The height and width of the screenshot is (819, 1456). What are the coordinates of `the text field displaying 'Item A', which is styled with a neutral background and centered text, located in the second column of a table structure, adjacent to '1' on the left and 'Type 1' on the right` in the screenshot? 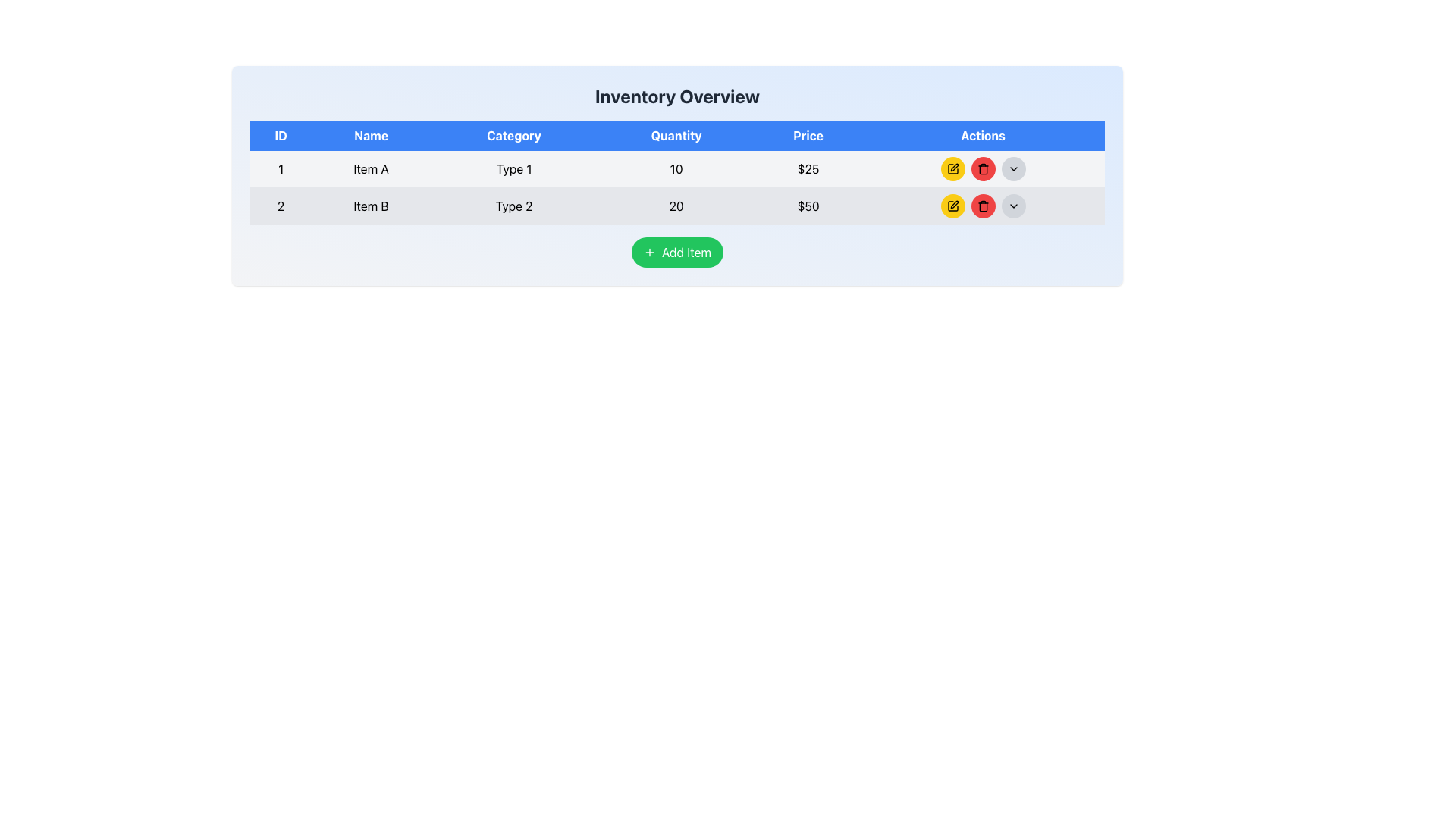 It's located at (371, 169).